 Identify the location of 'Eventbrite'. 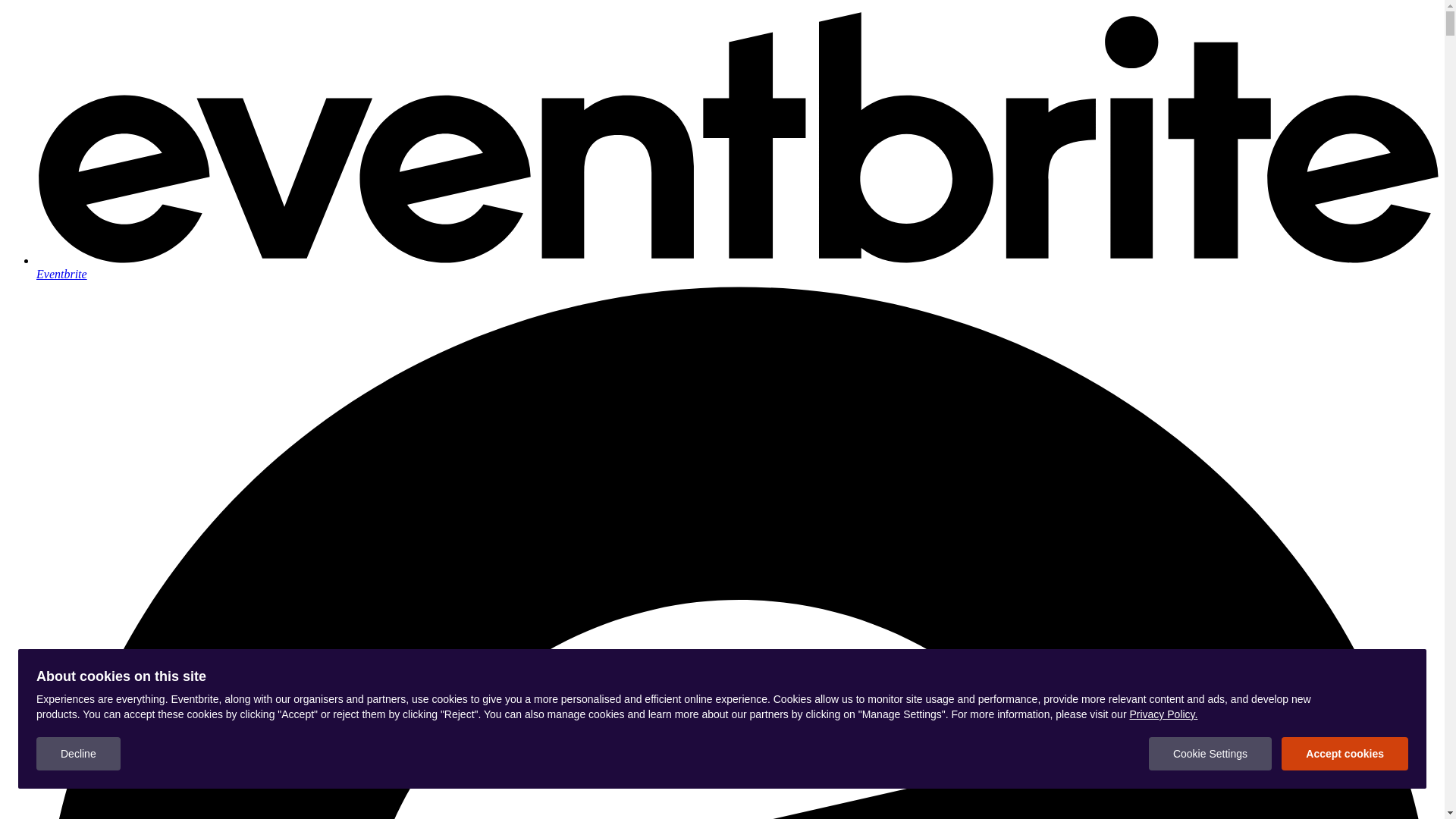
(36, 266).